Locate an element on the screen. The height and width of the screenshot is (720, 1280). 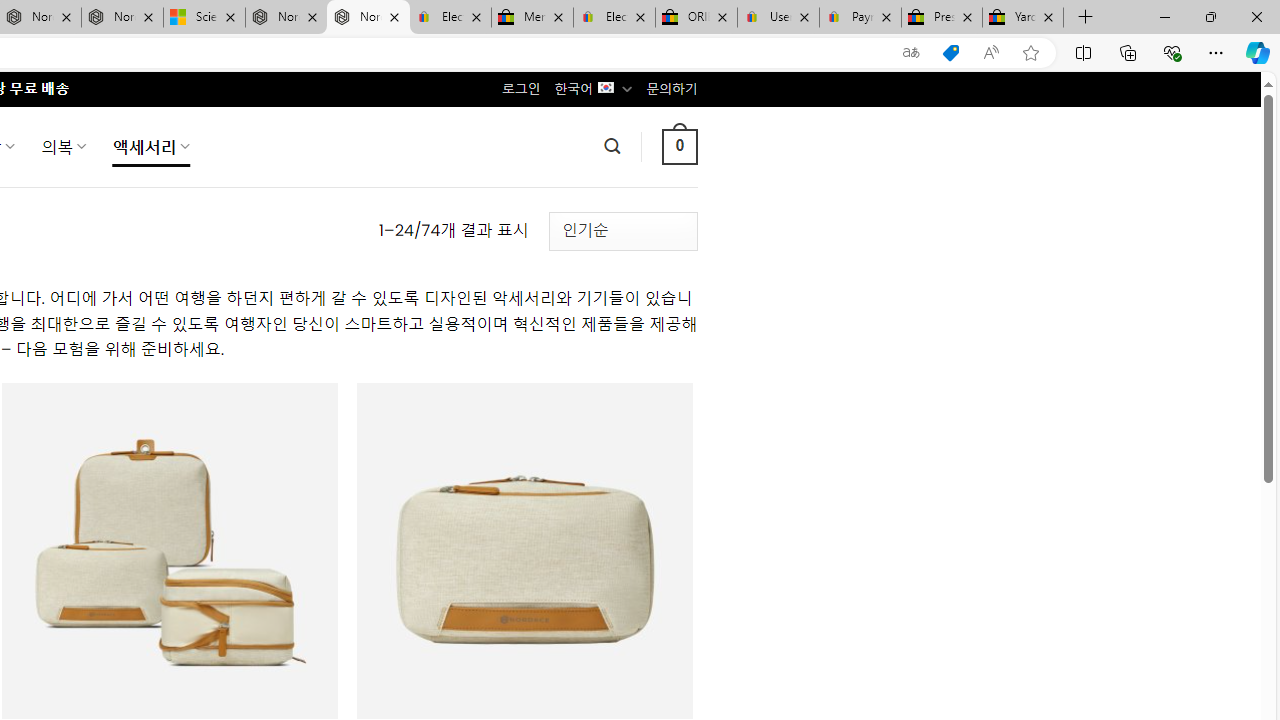
'Payments Terms of Use | eBay.com' is located at coordinates (860, 17).